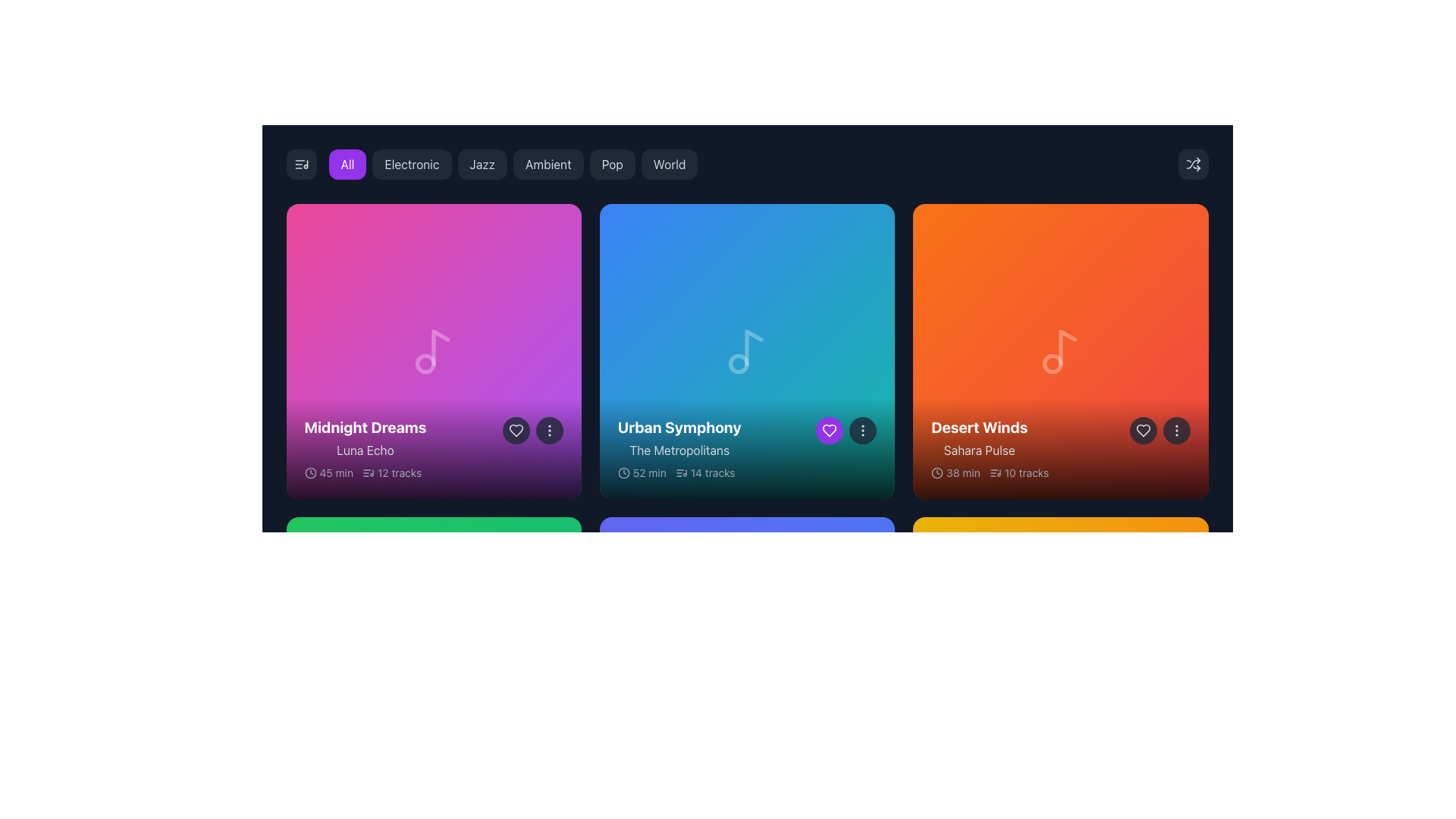 Image resolution: width=1456 pixels, height=819 pixels. What do you see at coordinates (365, 438) in the screenshot?
I see `the text display component showcasing the title 'Midnight Dreams' and subtitle 'Luna Echo', located in the first card of the horizontally aligned card list` at bounding box center [365, 438].